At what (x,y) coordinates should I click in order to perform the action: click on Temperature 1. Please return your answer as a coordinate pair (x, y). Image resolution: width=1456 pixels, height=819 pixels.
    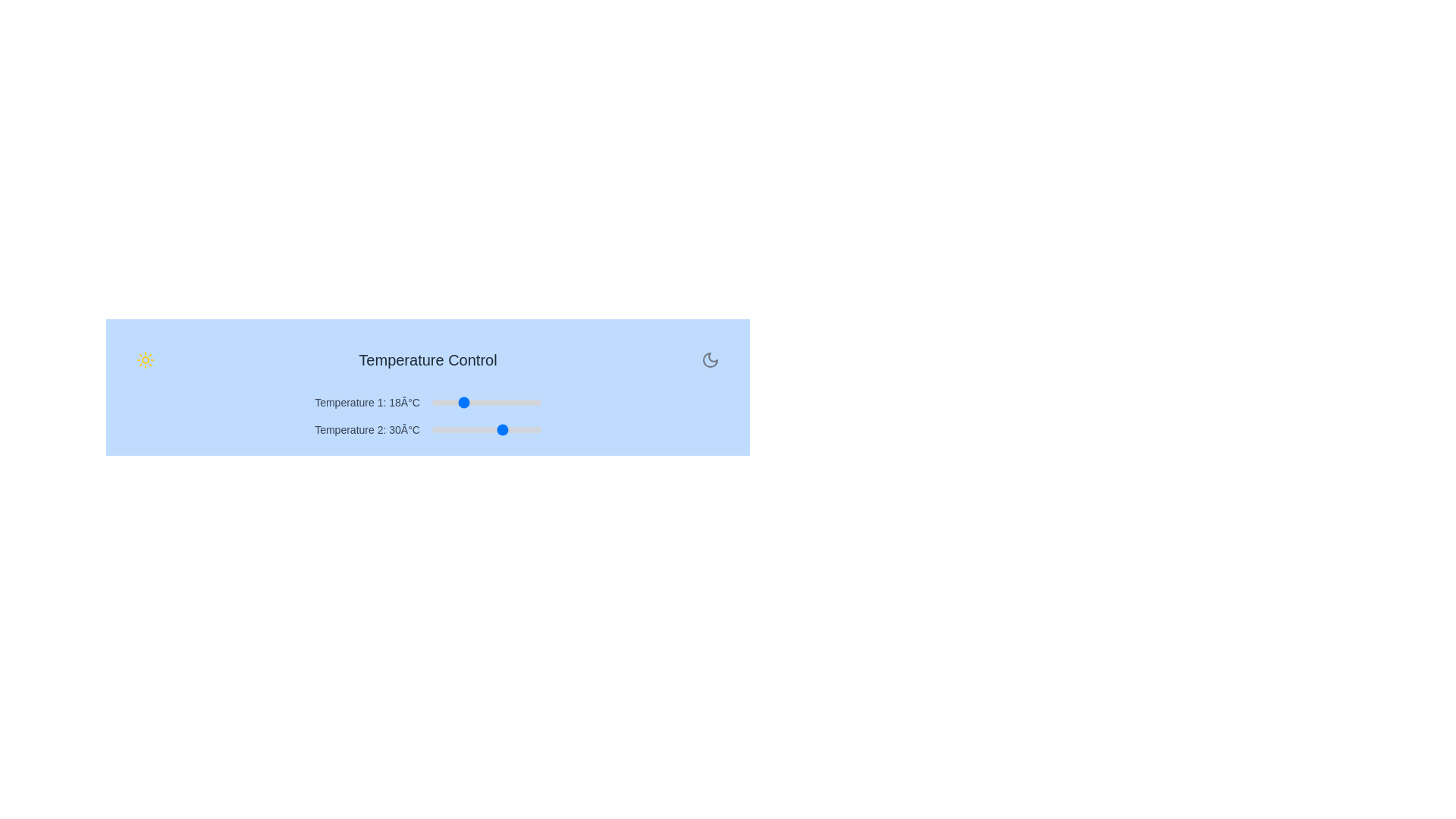
    Looking at the image, I should click on (435, 402).